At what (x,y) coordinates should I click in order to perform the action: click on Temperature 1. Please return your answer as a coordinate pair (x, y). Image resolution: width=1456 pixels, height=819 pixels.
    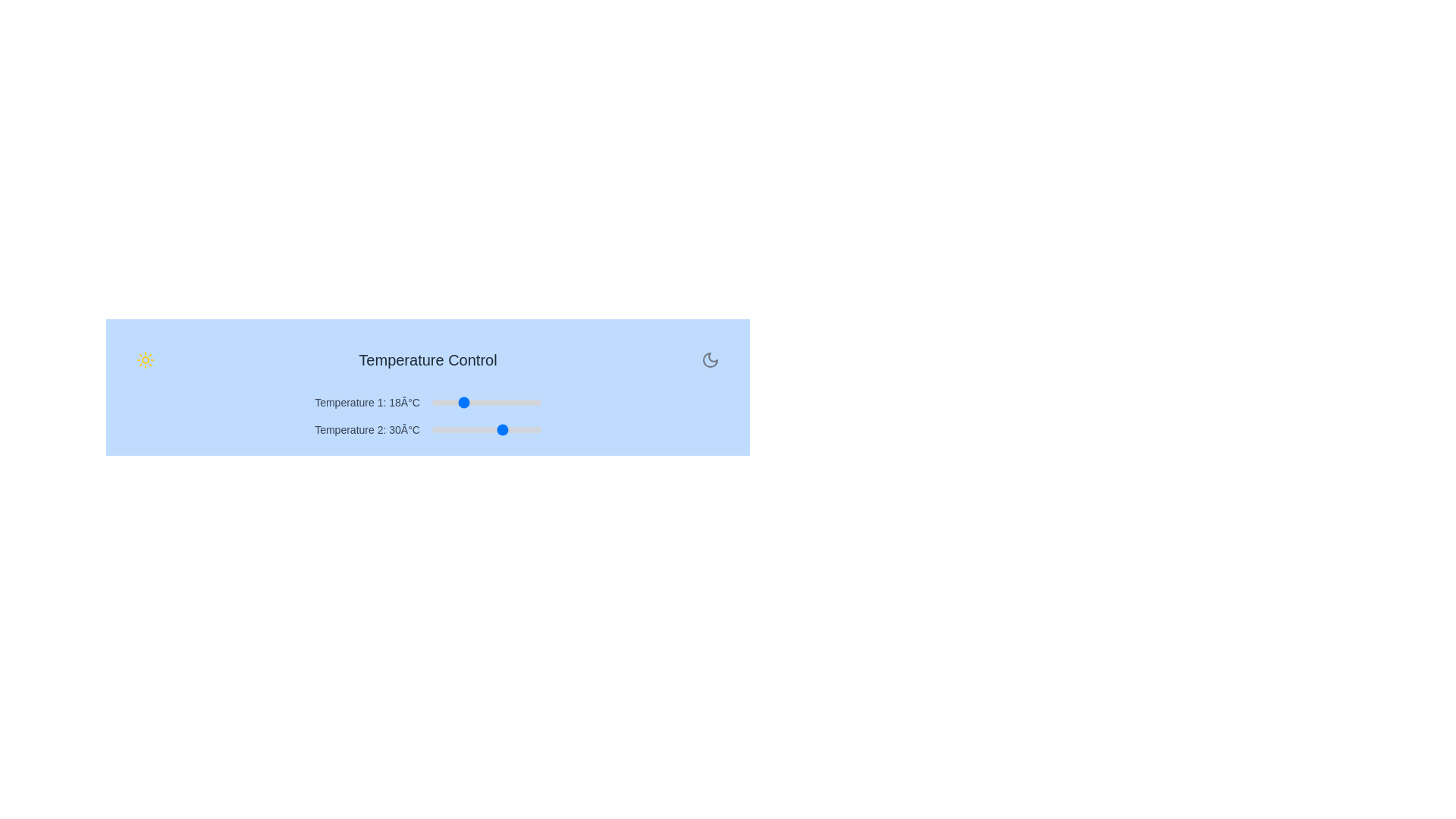
    Looking at the image, I should click on (435, 402).